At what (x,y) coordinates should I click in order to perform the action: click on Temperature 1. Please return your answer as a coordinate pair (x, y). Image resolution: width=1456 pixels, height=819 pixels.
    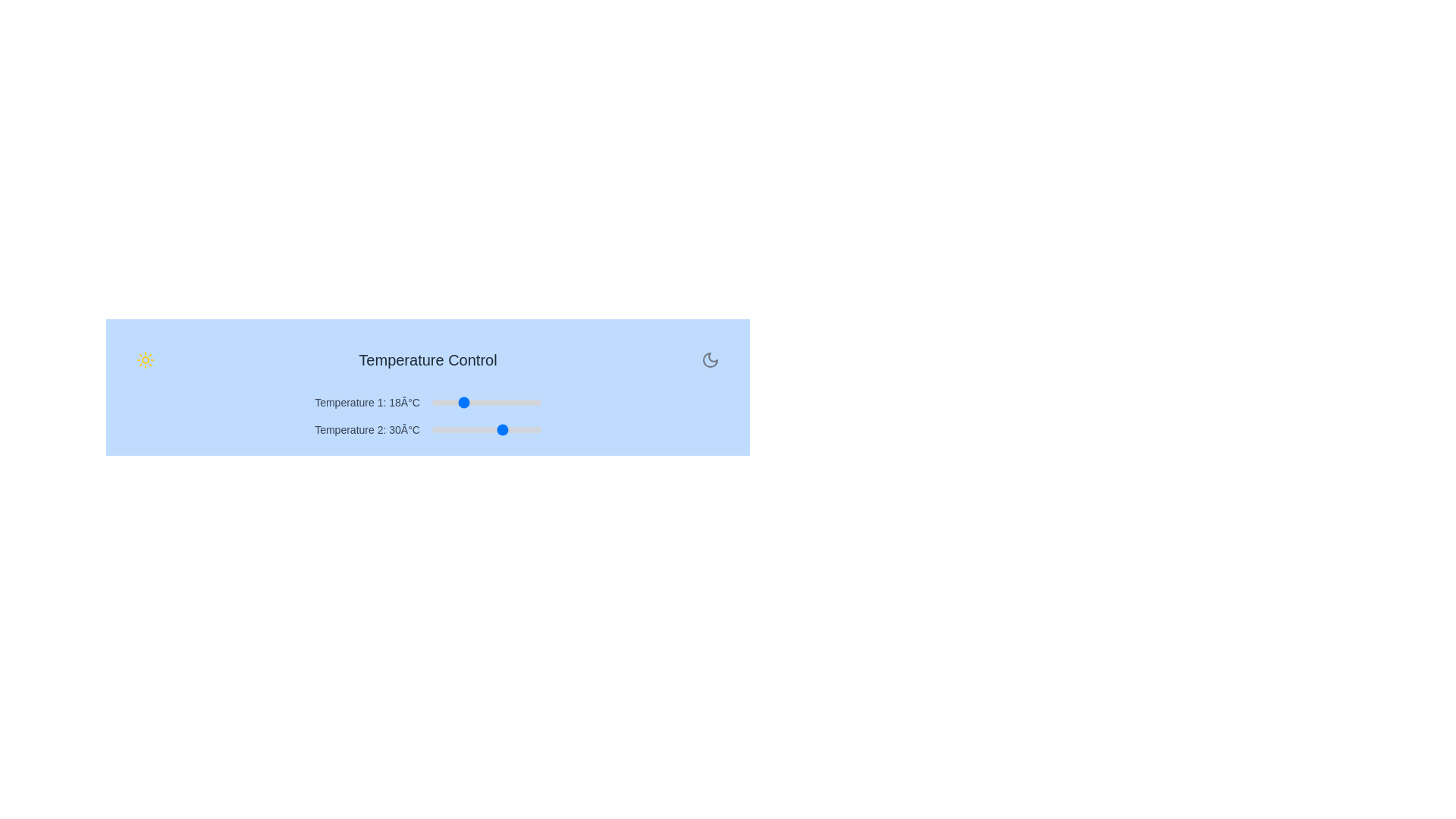
    Looking at the image, I should click on (435, 402).